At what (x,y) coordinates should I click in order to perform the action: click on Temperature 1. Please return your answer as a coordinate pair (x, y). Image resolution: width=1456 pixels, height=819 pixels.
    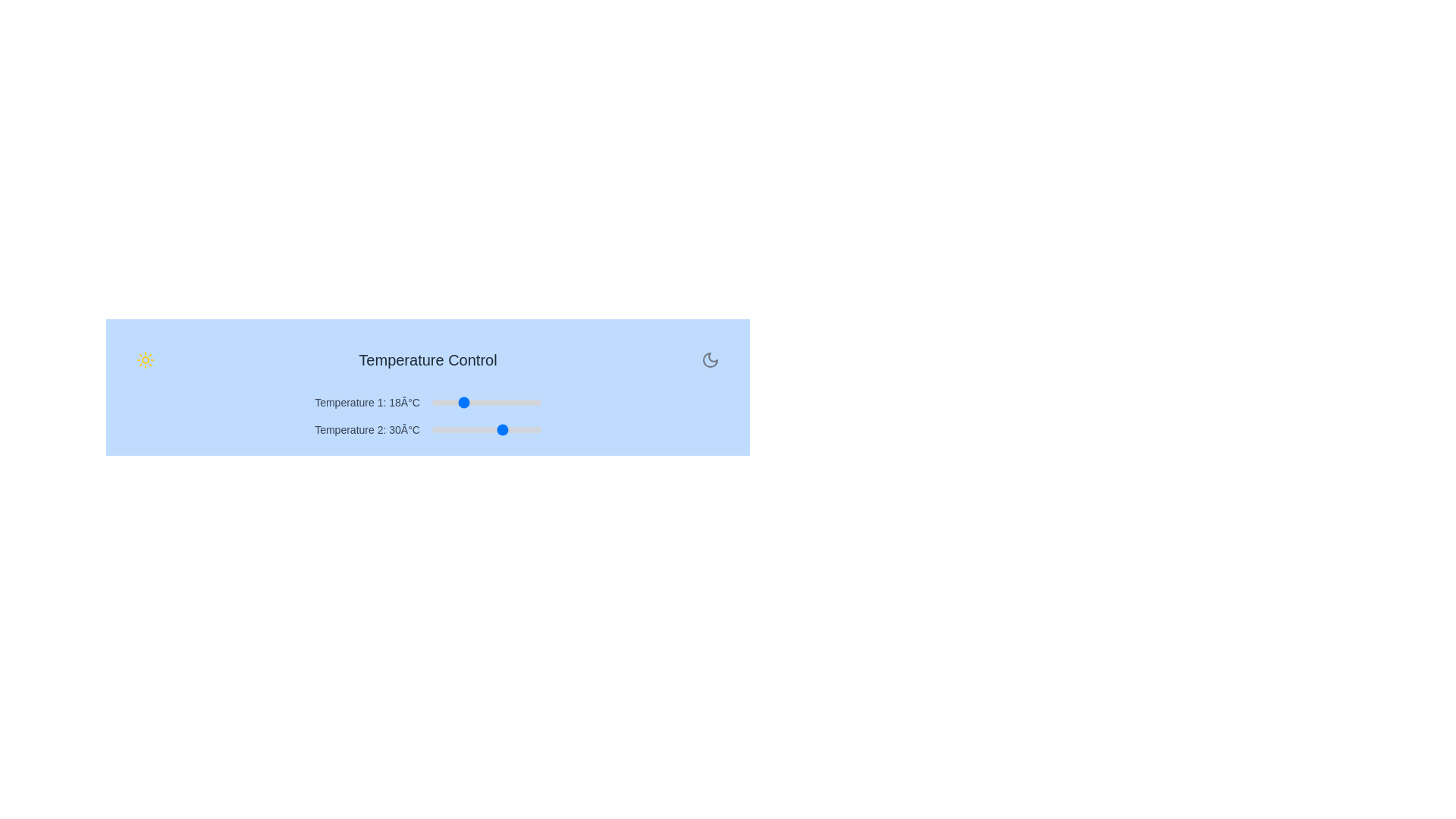
    Looking at the image, I should click on (435, 402).